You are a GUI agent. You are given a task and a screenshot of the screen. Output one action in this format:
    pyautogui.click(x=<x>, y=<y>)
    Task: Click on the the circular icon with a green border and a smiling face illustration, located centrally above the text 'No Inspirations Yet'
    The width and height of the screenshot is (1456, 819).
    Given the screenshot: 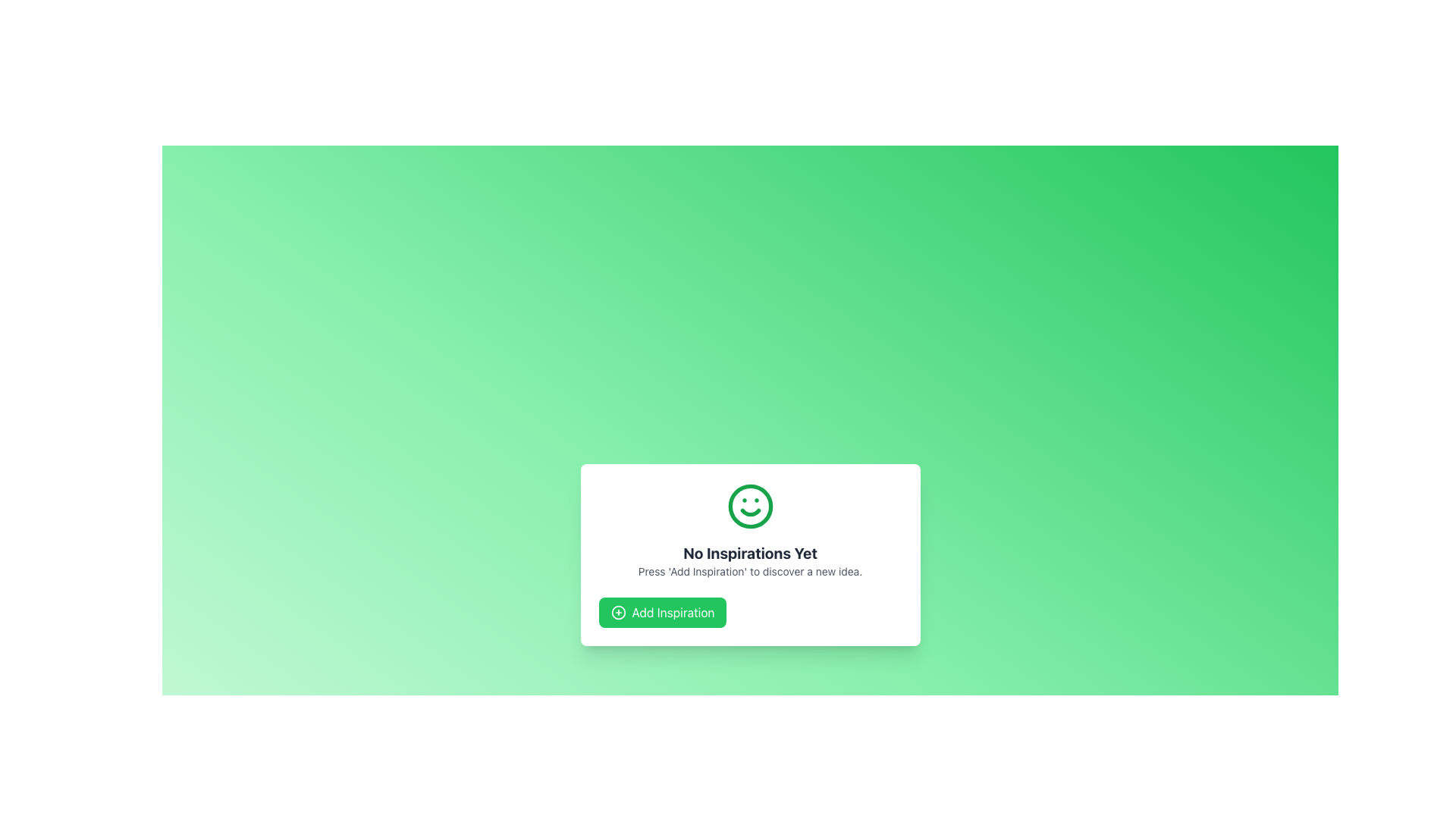 What is the action you would take?
    pyautogui.click(x=750, y=506)
    